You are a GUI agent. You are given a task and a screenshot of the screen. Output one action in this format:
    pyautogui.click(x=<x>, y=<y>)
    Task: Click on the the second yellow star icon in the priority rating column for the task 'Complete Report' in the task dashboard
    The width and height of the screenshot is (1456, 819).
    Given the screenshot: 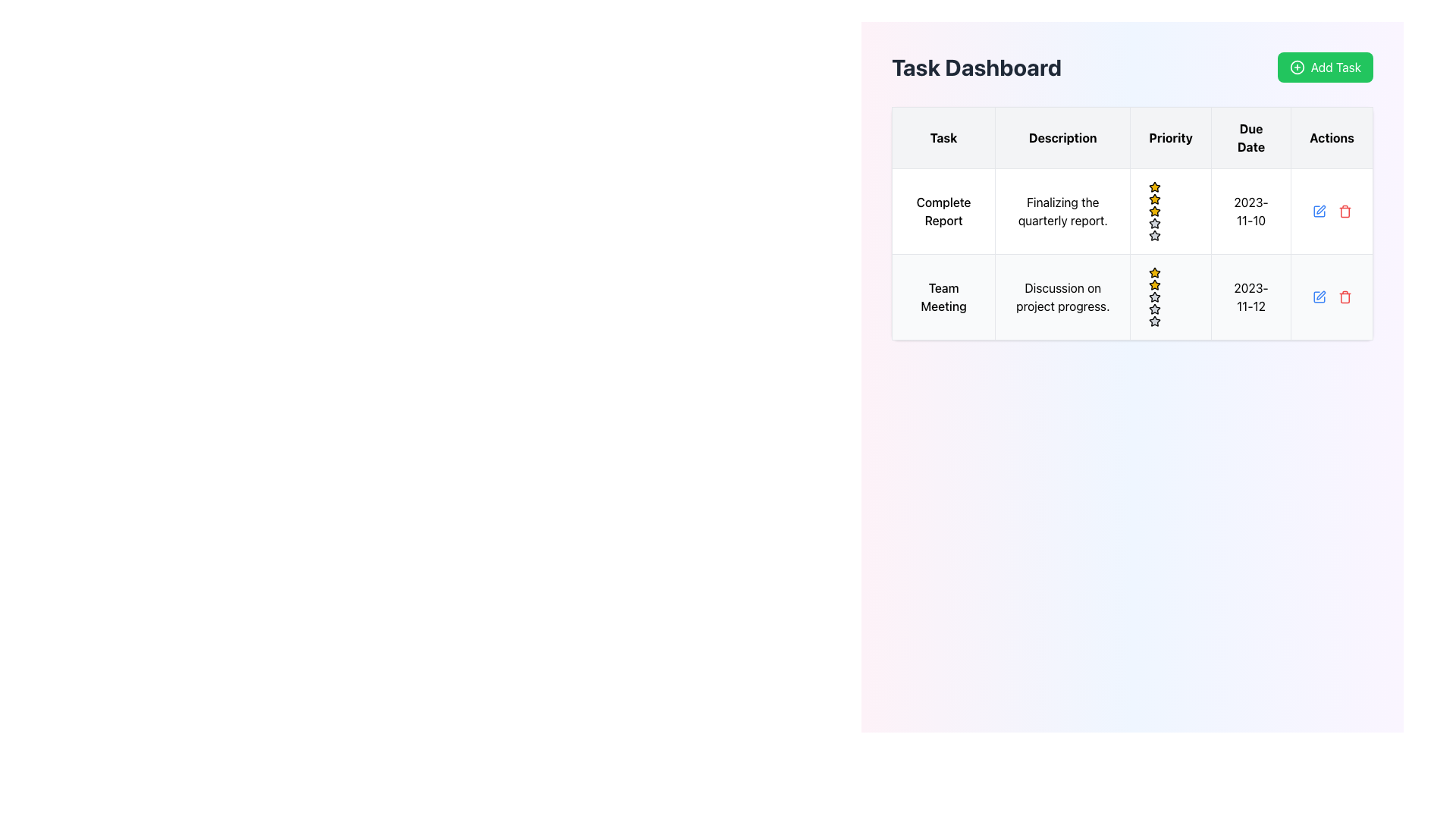 What is the action you would take?
    pyautogui.click(x=1154, y=211)
    